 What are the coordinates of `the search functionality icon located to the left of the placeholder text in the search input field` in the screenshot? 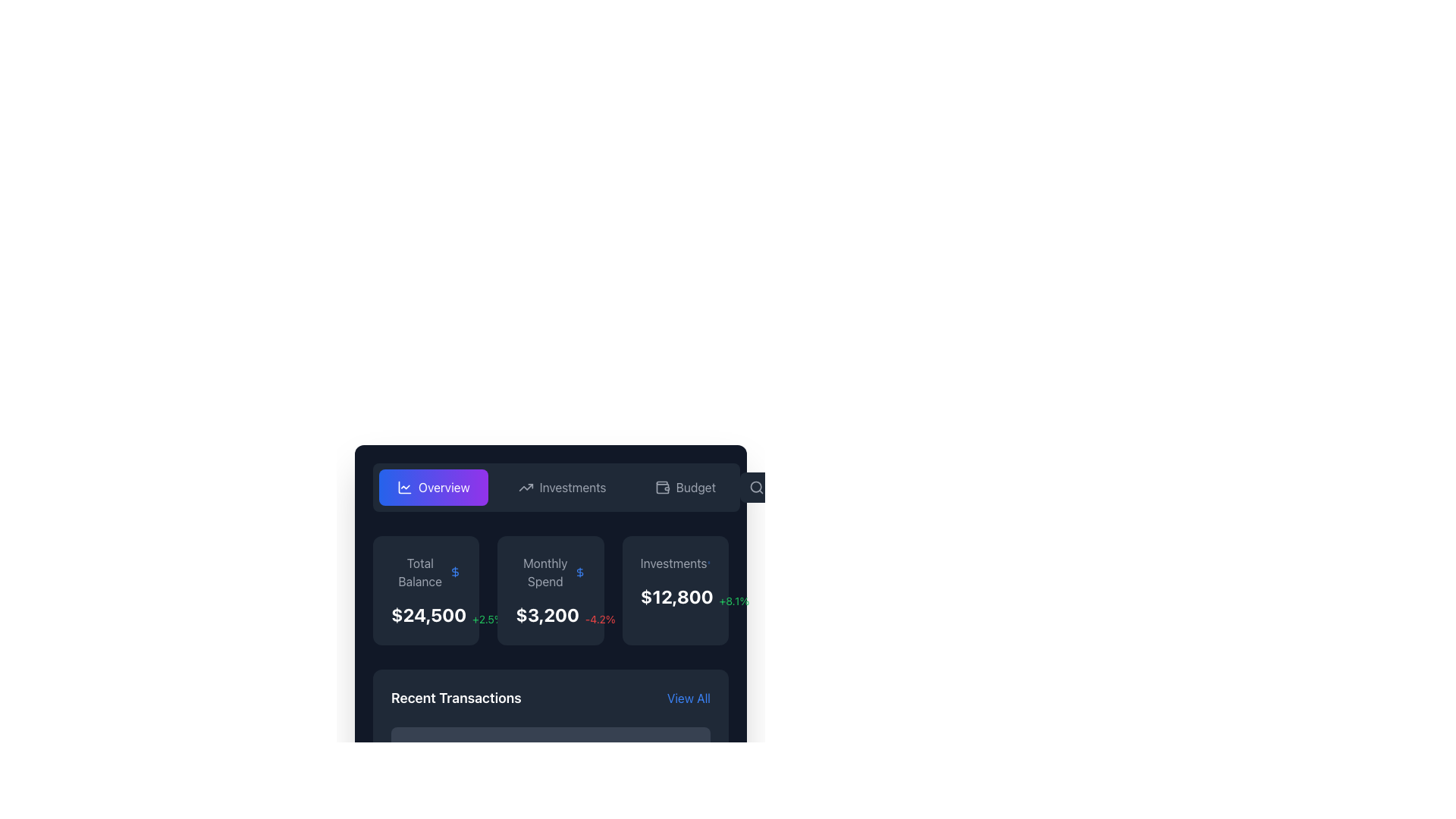 It's located at (757, 488).